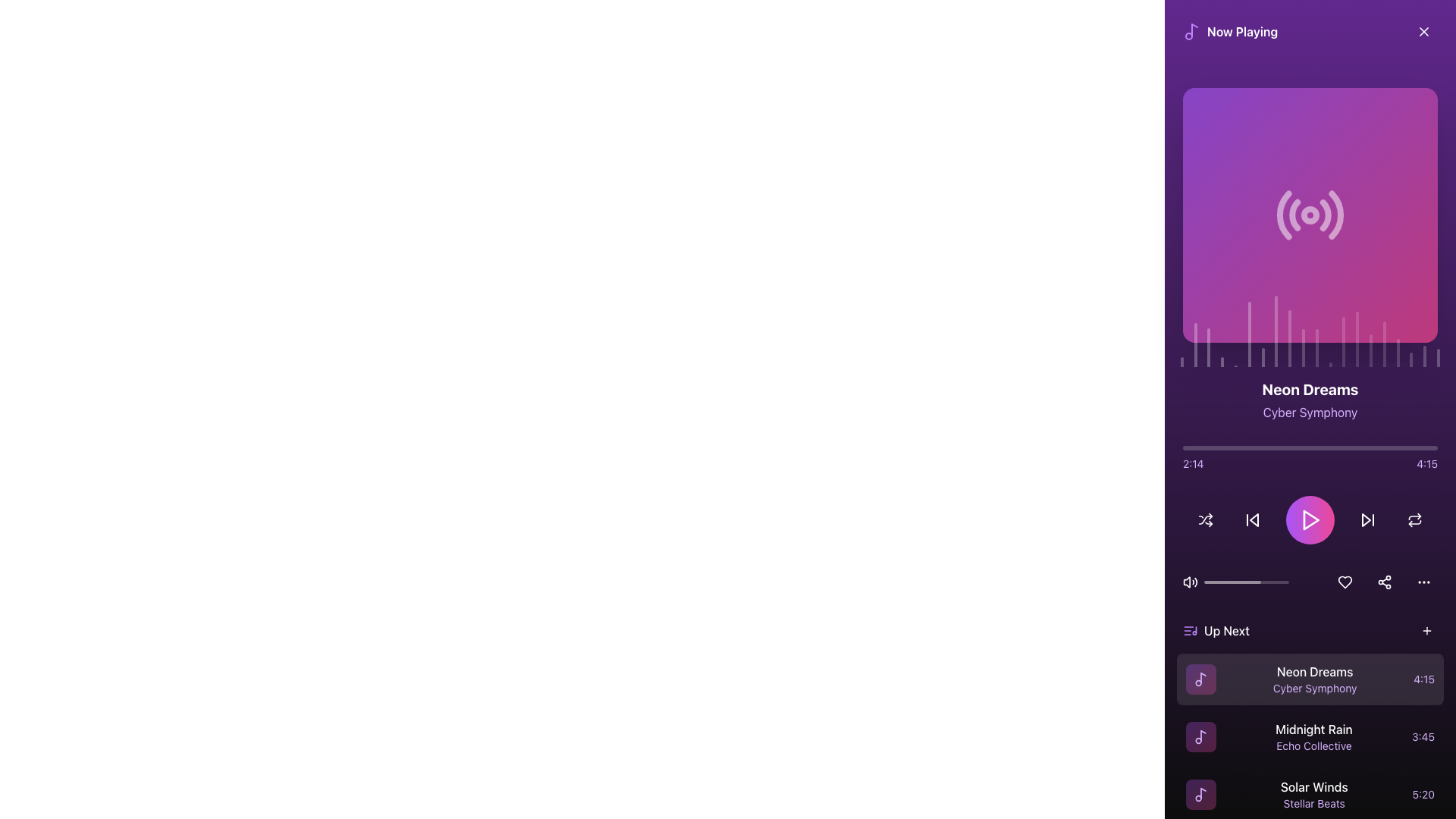 This screenshot has width=1456, height=819. What do you see at coordinates (1243, 581) in the screenshot?
I see `the volume slider` at bounding box center [1243, 581].